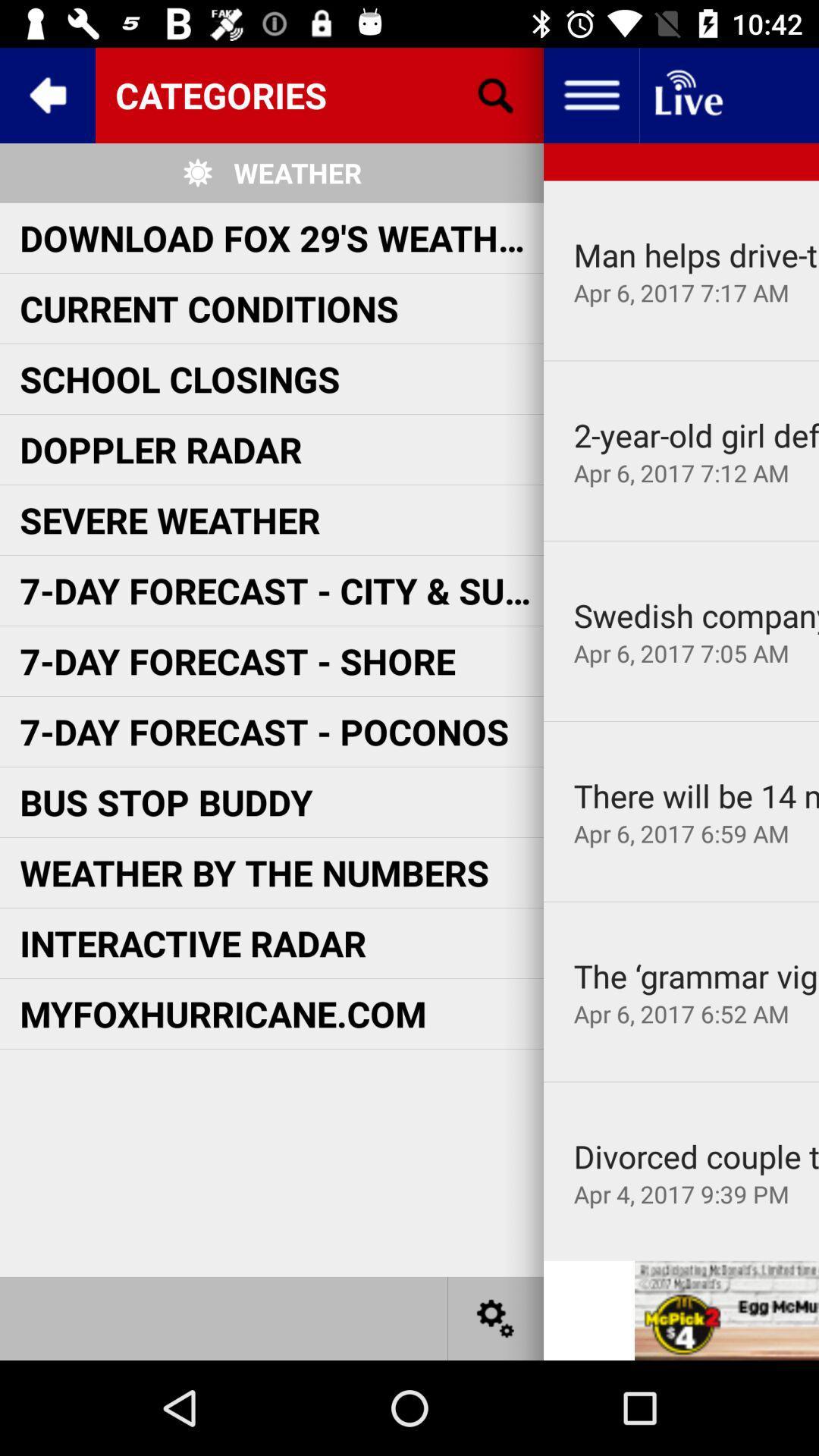 The height and width of the screenshot is (1456, 819). Describe the element at coordinates (680, 902) in the screenshot. I see `the item above the grammar vigilante app` at that location.